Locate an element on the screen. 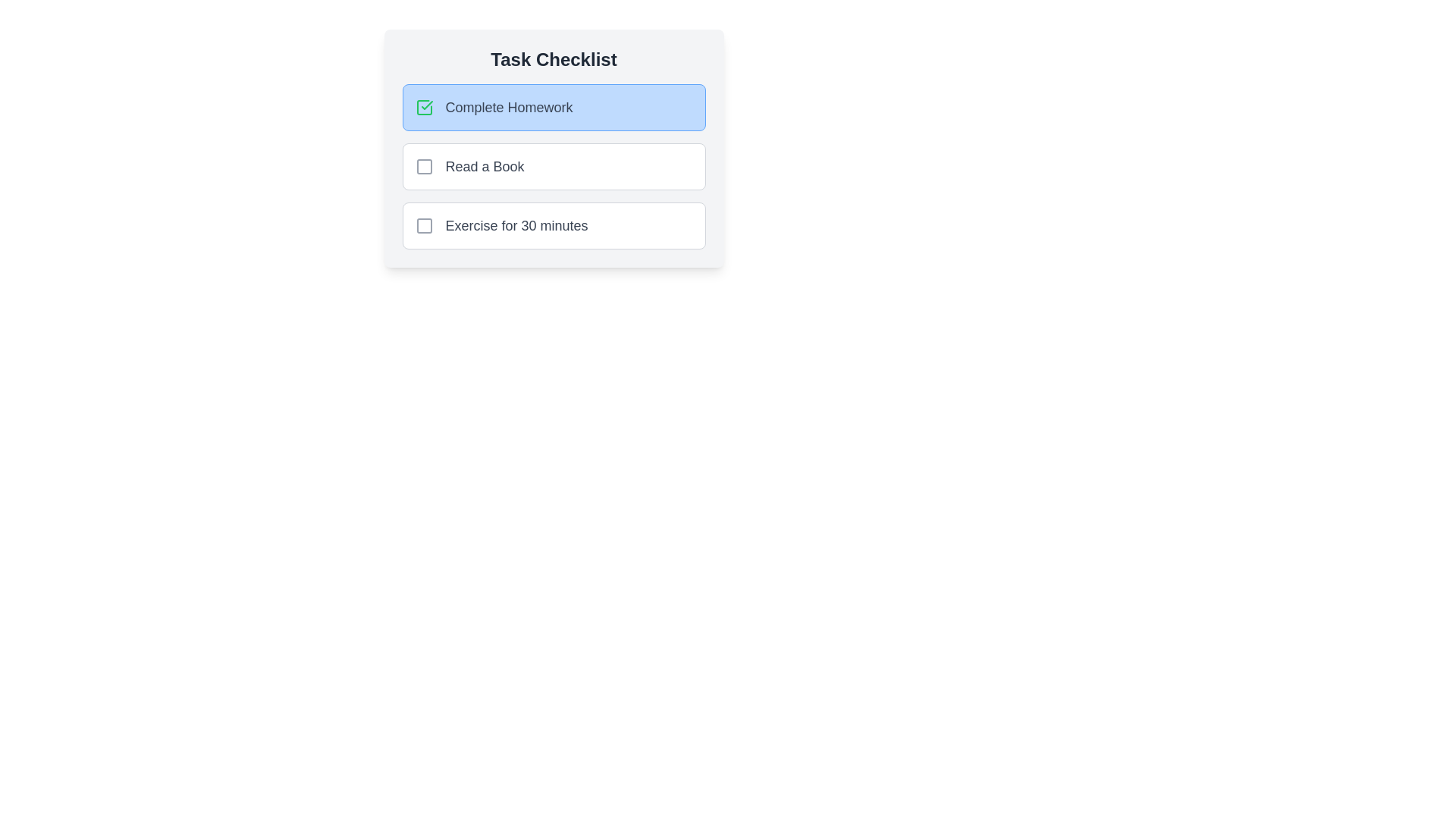 The image size is (1456, 819). the text of the first task in the checklist is located at coordinates (444, 96).